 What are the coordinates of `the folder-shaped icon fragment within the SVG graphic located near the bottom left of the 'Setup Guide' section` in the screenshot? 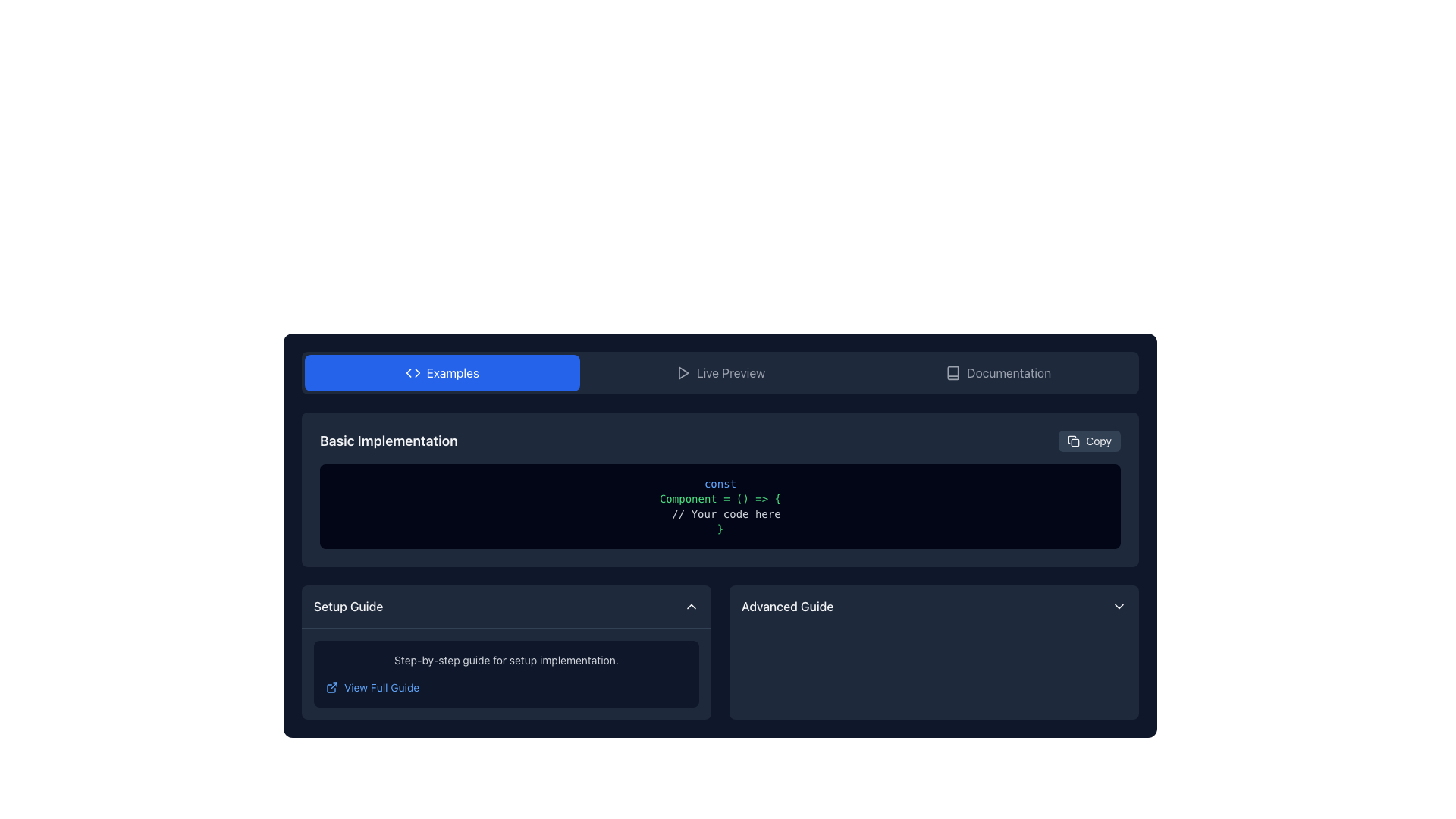 It's located at (330, 688).